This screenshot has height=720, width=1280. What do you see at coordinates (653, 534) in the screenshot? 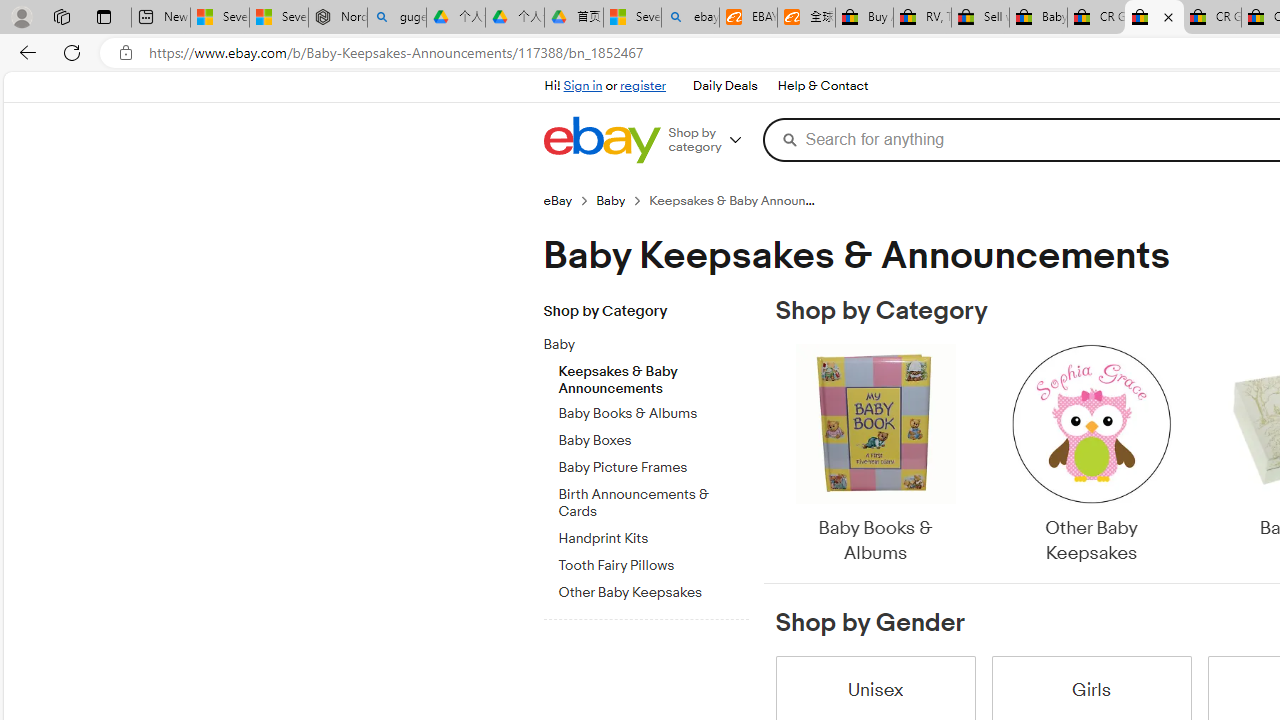
I see `'Handprint Kits'` at bounding box center [653, 534].